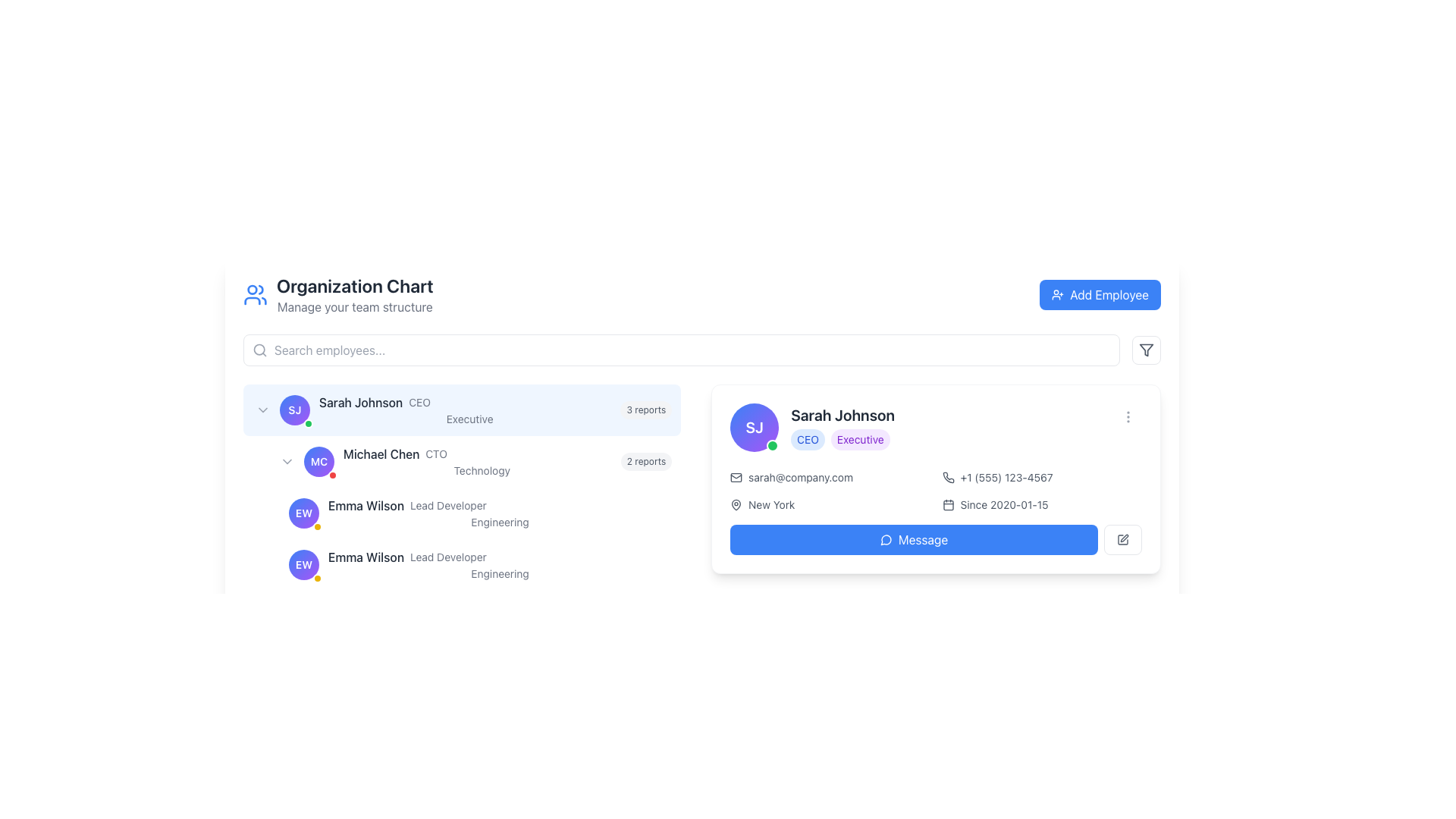  What do you see at coordinates (947, 505) in the screenshot?
I see `the calendar icon representing the start date associated with Sarah Johnson's professional details` at bounding box center [947, 505].